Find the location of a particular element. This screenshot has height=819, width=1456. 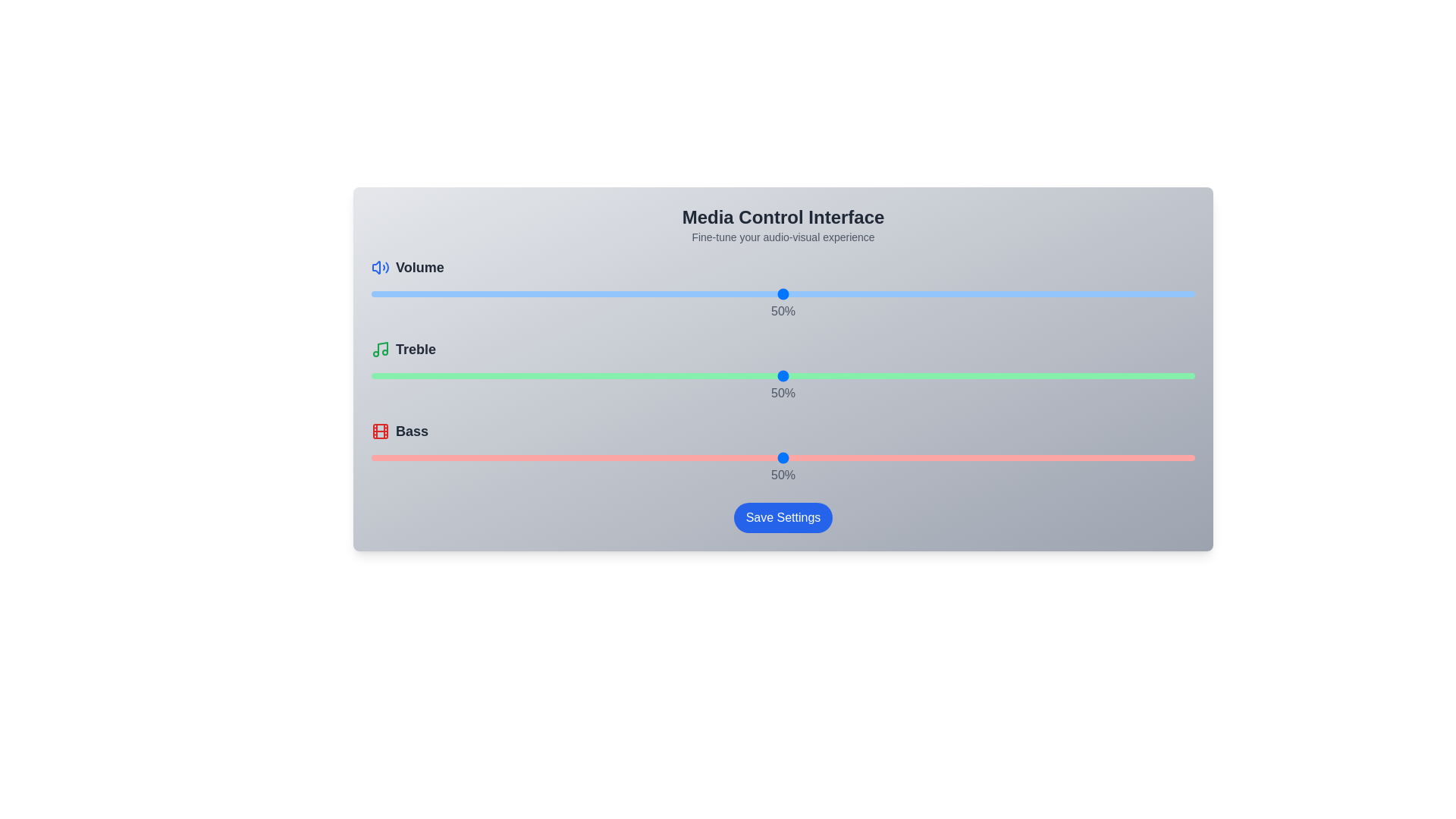

bass level is located at coordinates (1037, 457).